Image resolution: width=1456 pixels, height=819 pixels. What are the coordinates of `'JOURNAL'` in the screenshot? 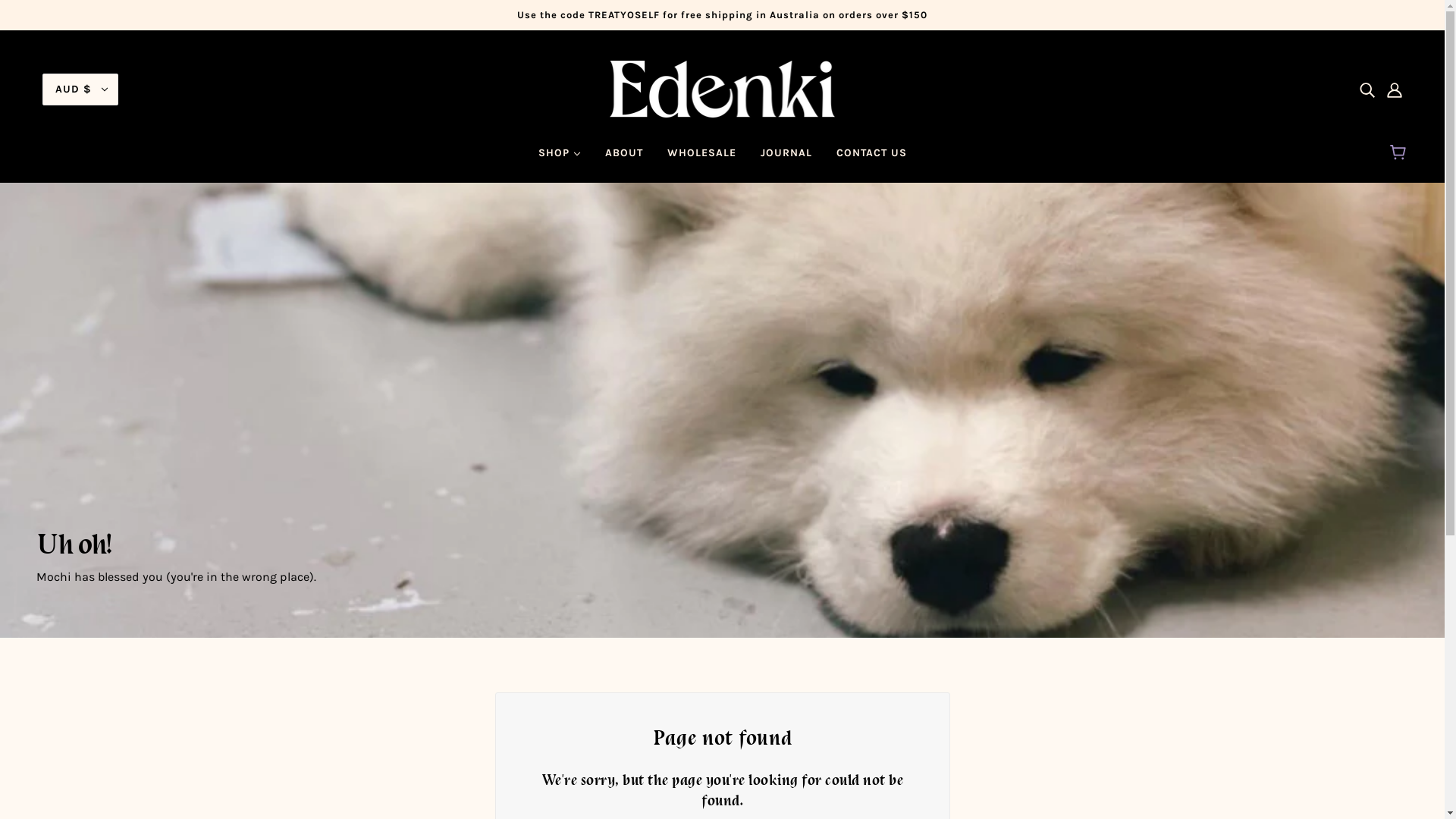 It's located at (747, 158).